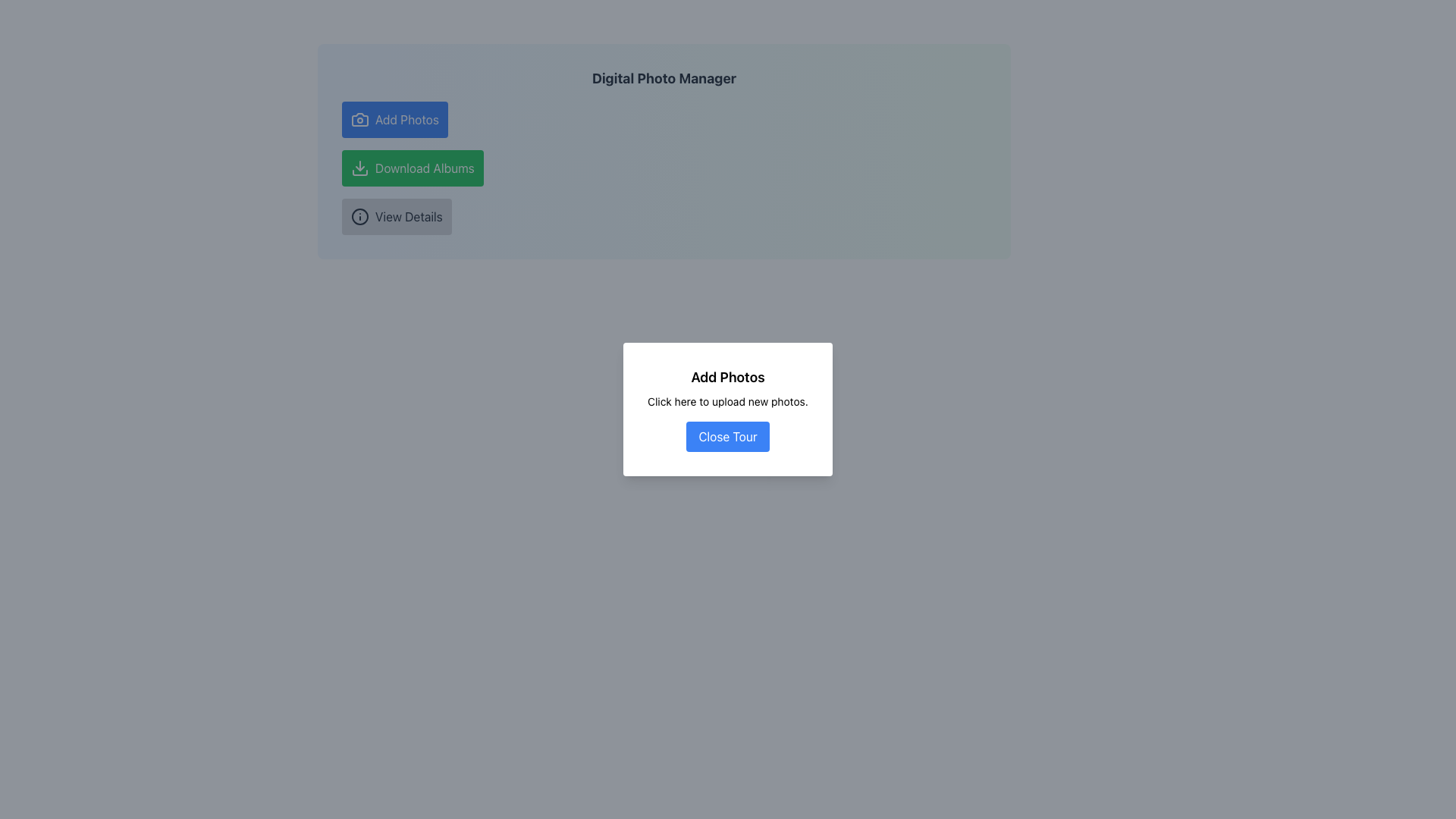 The image size is (1456, 819). I want to click on the text label that provides guidance for uploading new photos, located between the 'Add Photos' header and the 'Close Tour' button, so click(728, 400).